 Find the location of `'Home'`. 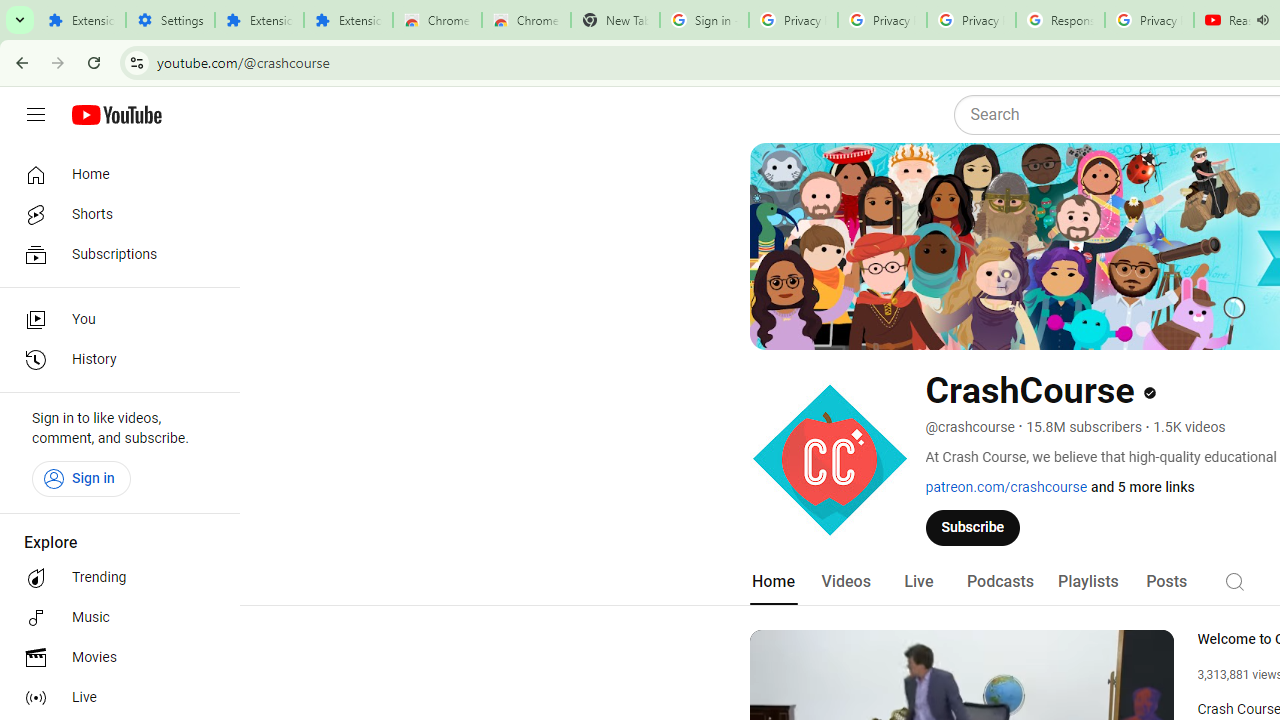

'Home' is located at coordinates (112, 173).